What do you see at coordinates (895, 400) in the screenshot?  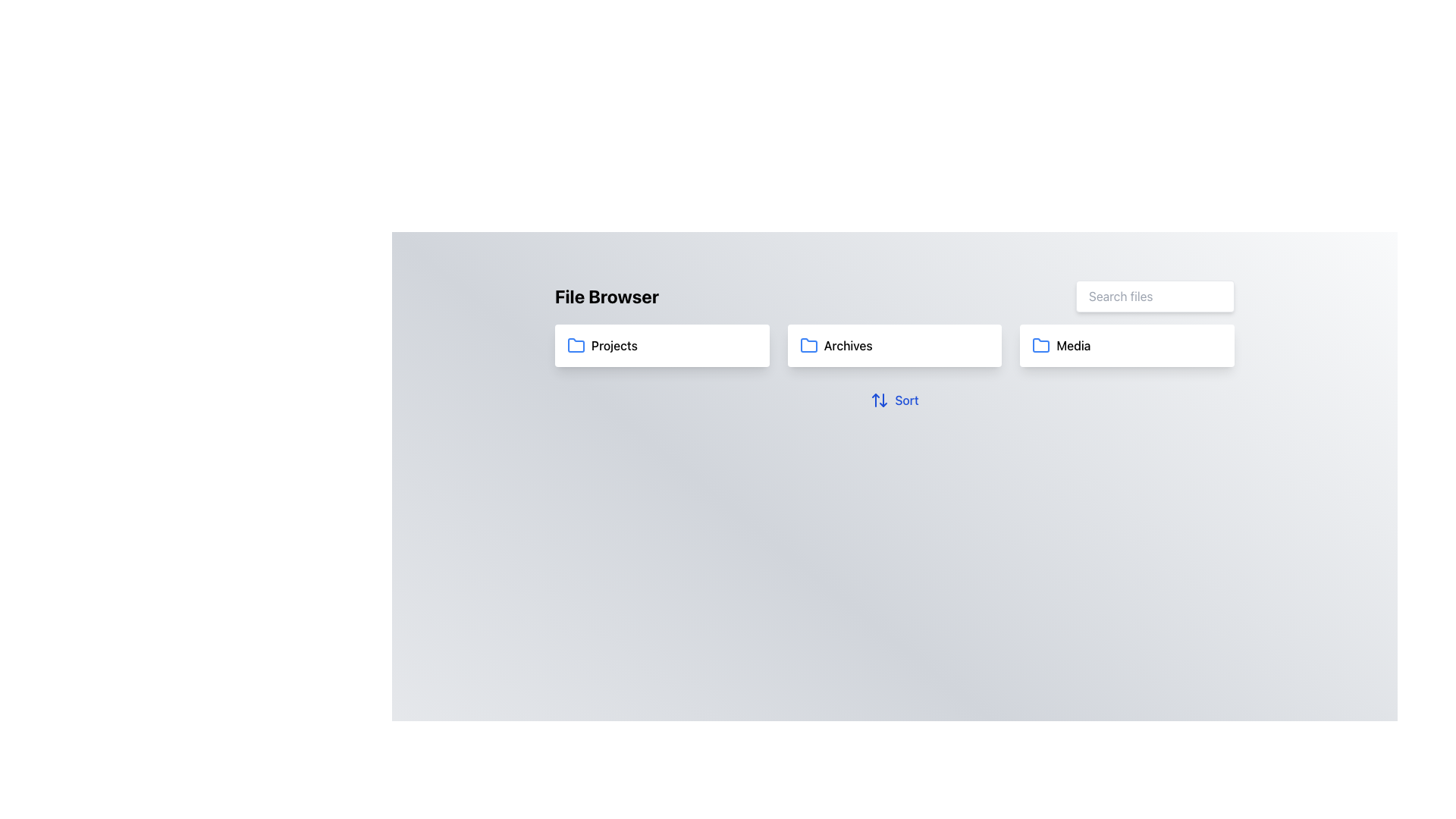 I see `the sorting button` at bounding box center [895, 400].